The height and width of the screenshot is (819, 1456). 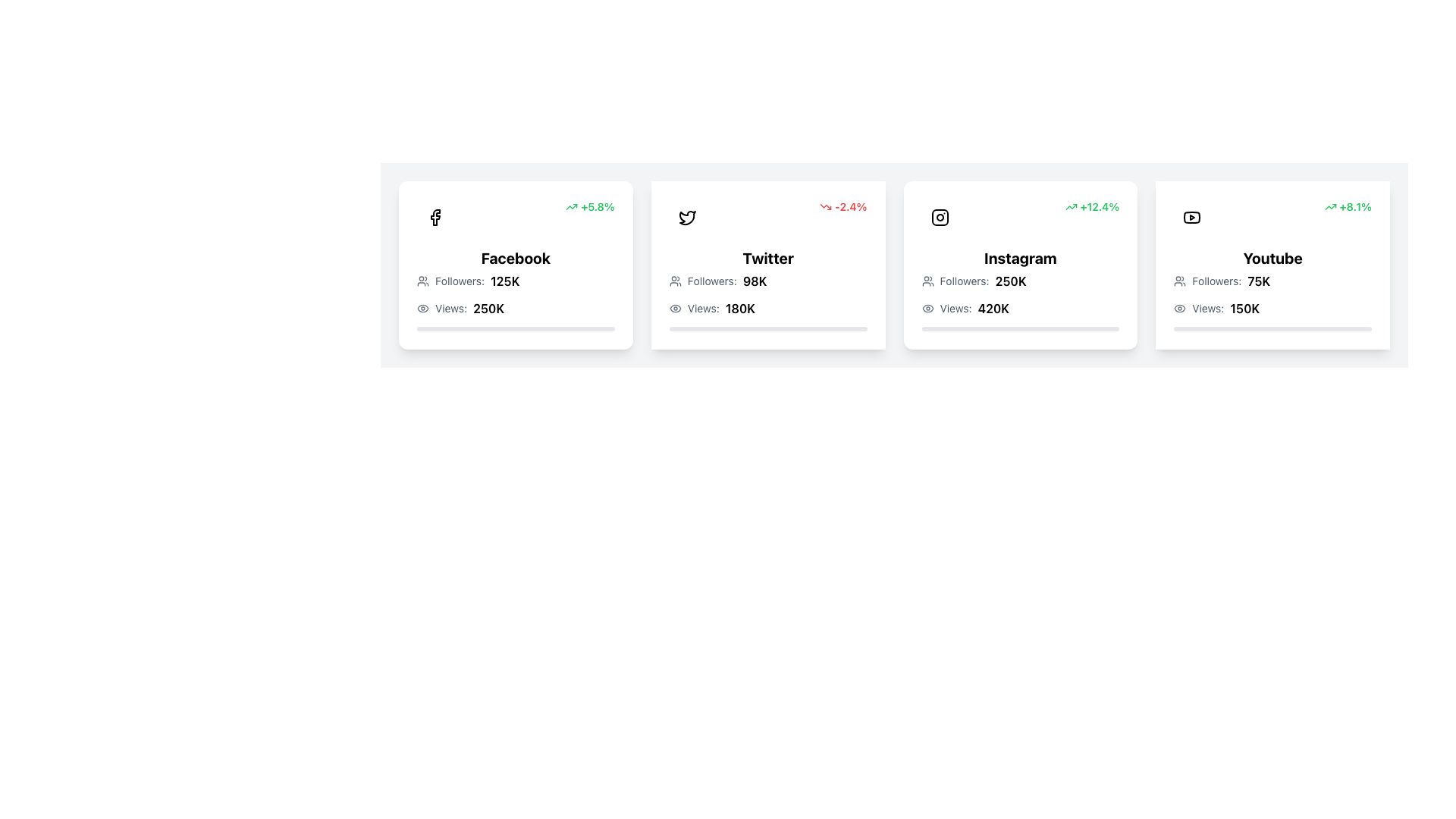 What do you see at coordinates (674, 281) in the screenshot?
I see `the icon representing a group of people, which is light gray and located next to the text 'Followers:' in the second card from the left` at bounding box center [674, 281].